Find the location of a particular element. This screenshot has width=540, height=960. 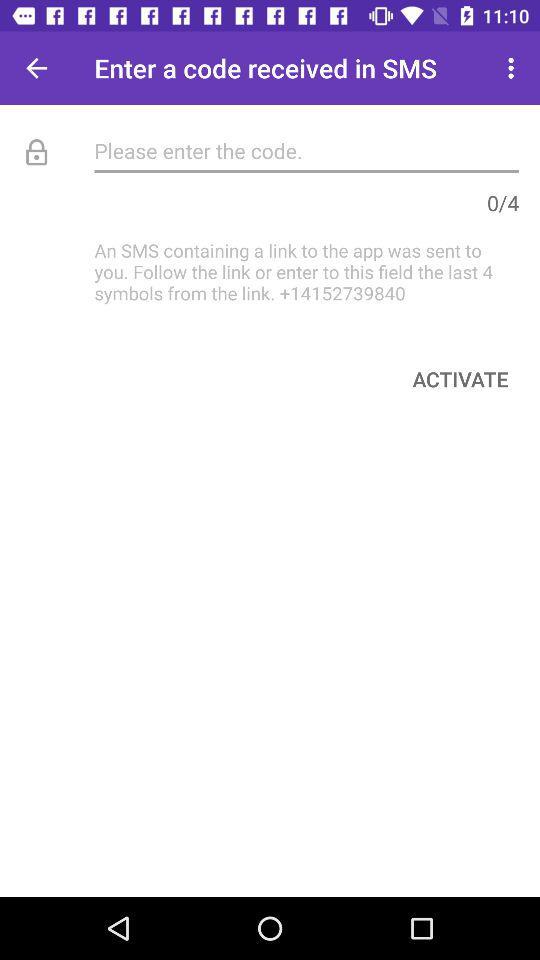

item to the left of enter a code is located at coordinates (36, 68).